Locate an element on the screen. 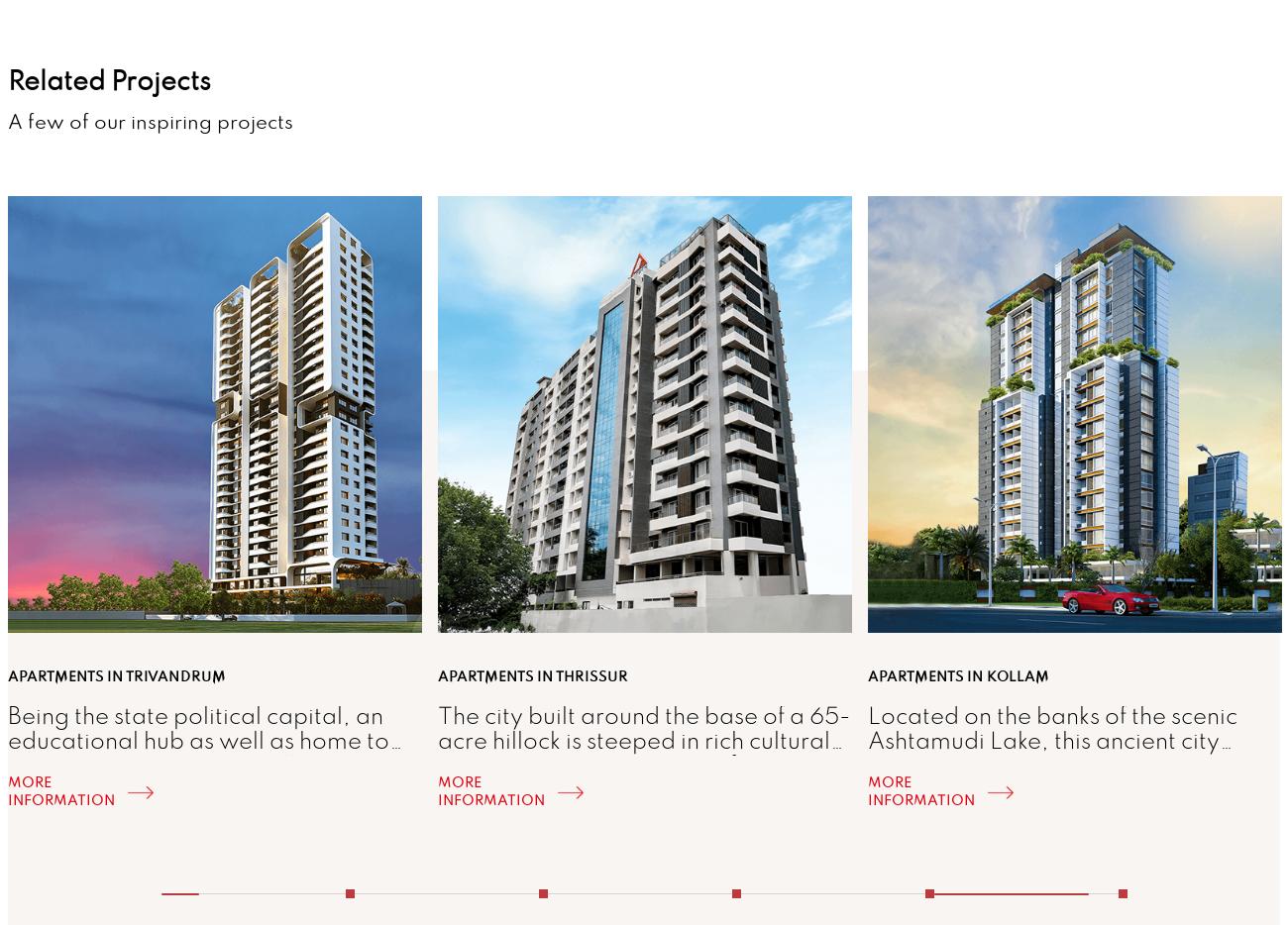 Image resolution: width=1288 pixels, height=925 pixels. 'Apartments in Thrissur' is located at coordinates (437, 675).